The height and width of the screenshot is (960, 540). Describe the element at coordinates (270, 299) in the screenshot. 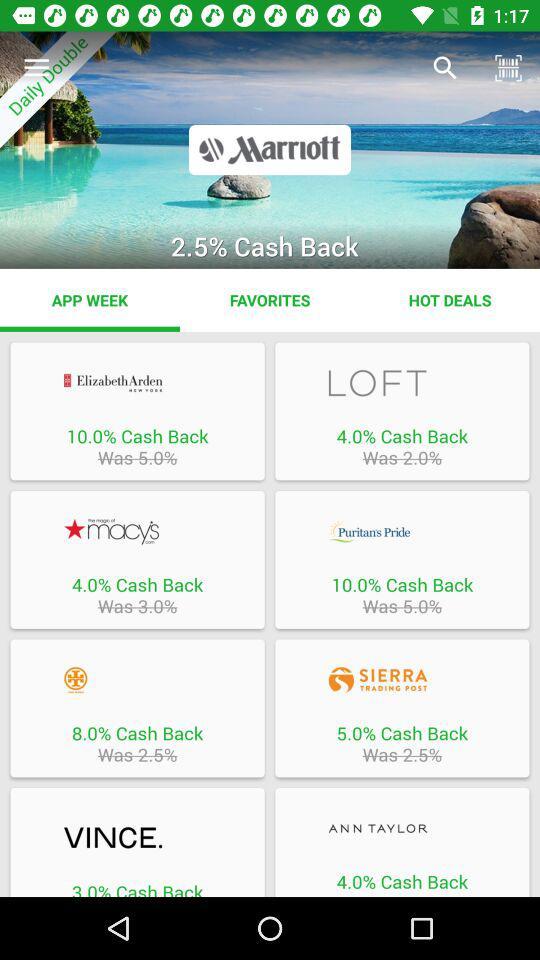

I see `the favorites icon` at that location.